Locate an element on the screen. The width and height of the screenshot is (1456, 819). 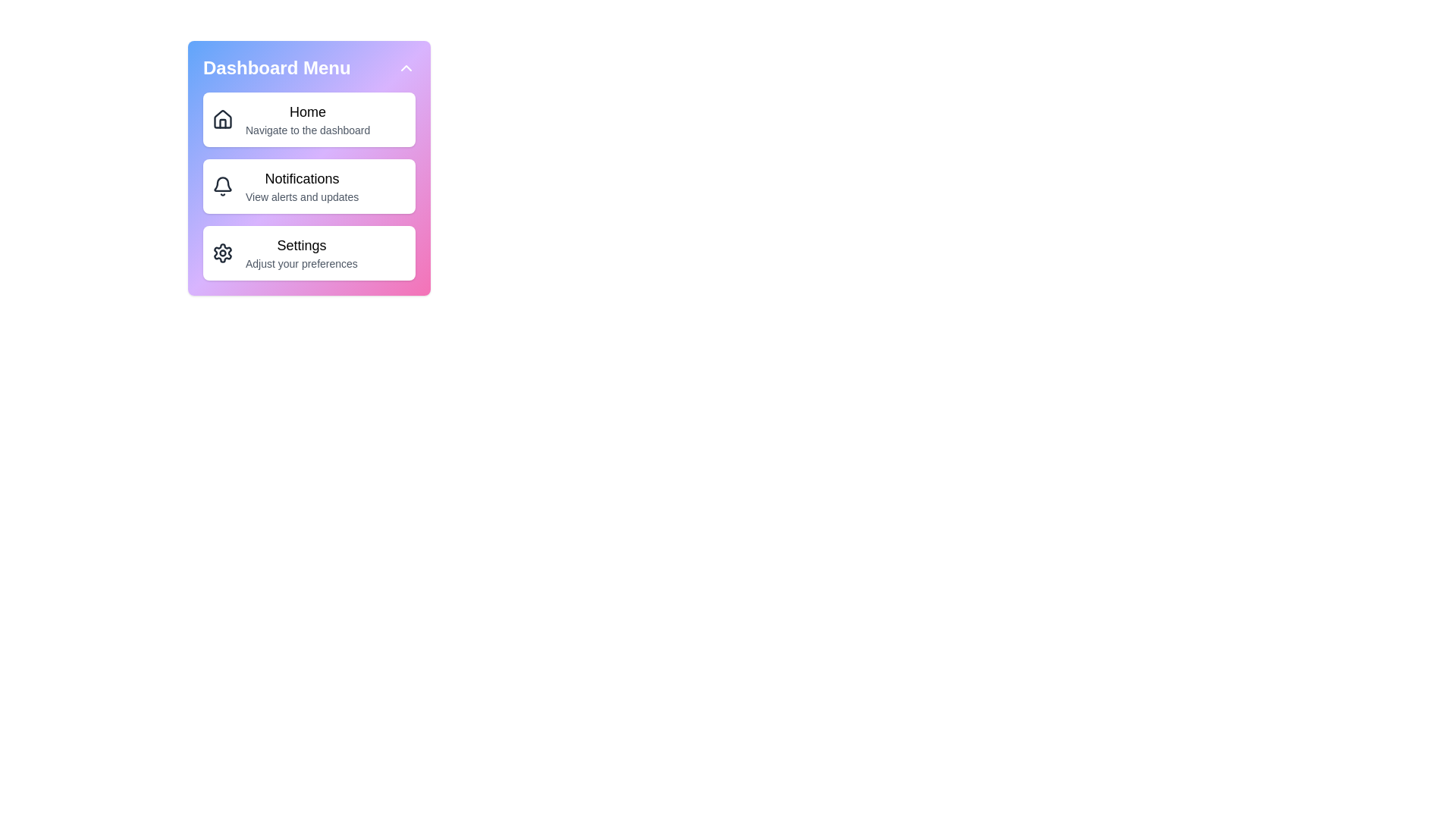
the menu item Notifications to navigate is located at coordinates (309, 186).